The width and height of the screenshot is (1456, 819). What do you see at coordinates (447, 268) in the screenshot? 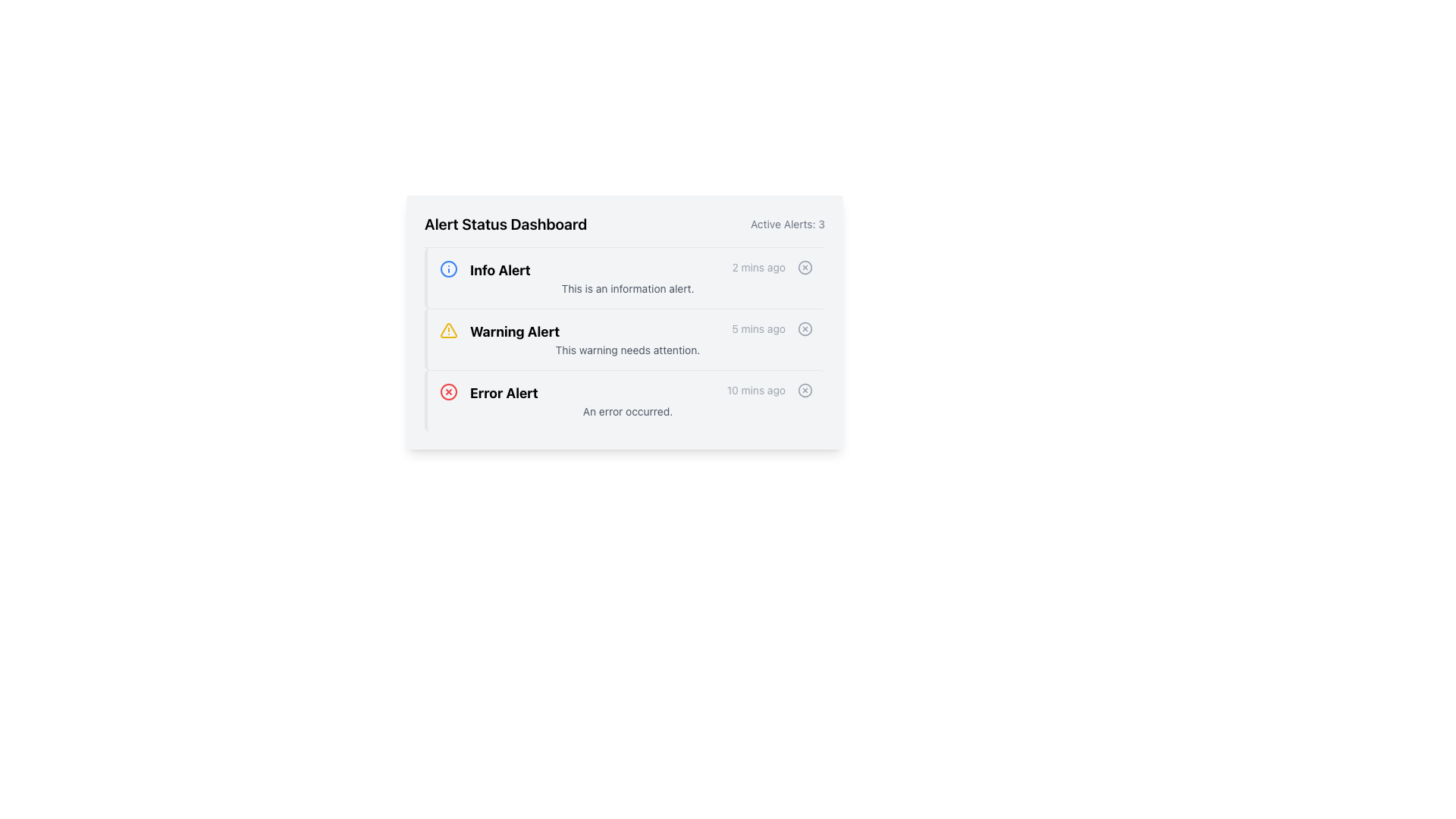
I see `the informational icon to the left of the 'Info Alert' text, which indicates the type of alert displayed` at bounding box center [447, 268].